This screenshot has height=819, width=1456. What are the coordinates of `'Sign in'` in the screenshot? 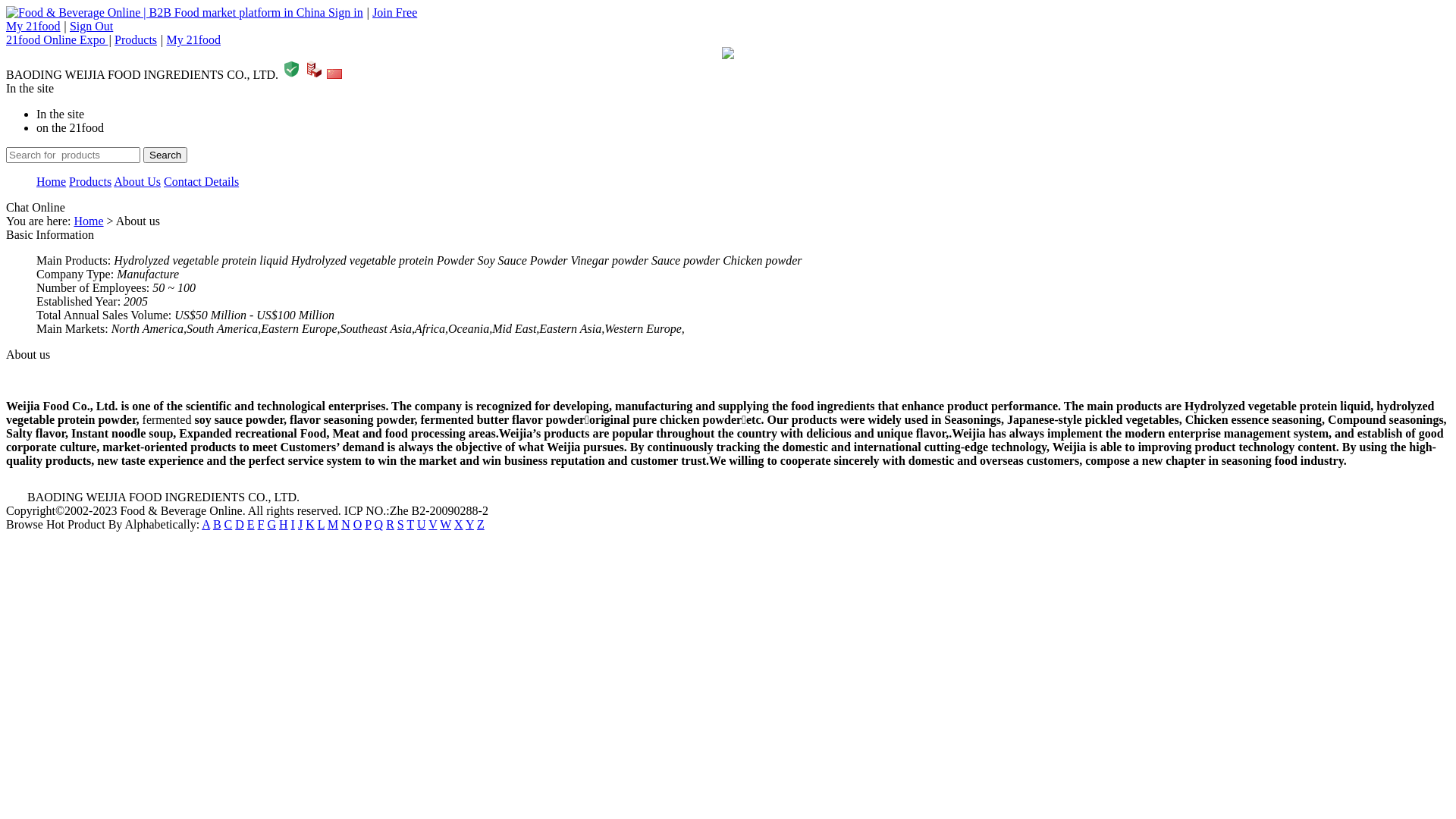 It's located at (327, 12).